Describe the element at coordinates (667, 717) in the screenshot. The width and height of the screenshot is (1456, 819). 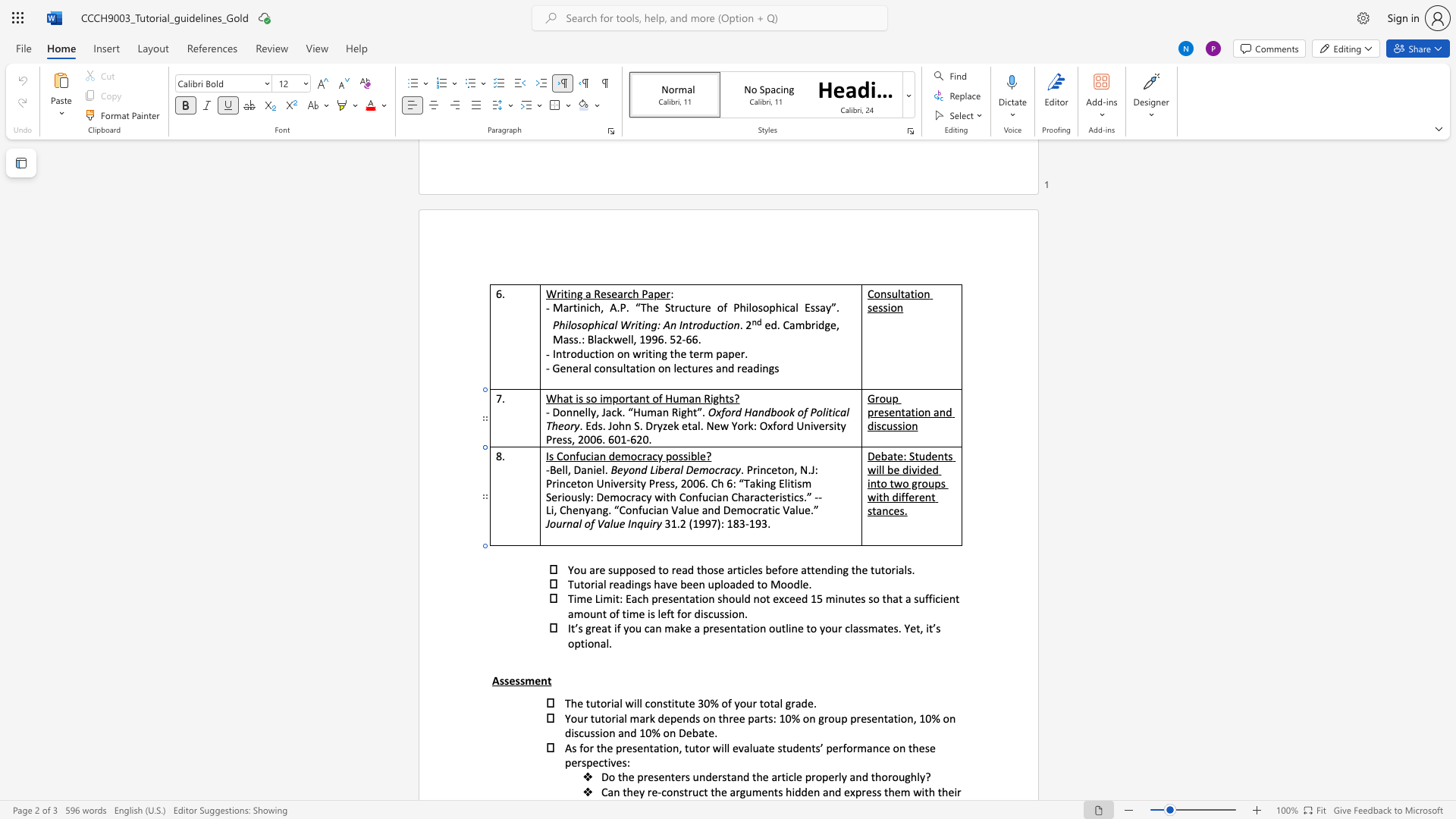
I see `the 1th character "e" in the text` at that location.